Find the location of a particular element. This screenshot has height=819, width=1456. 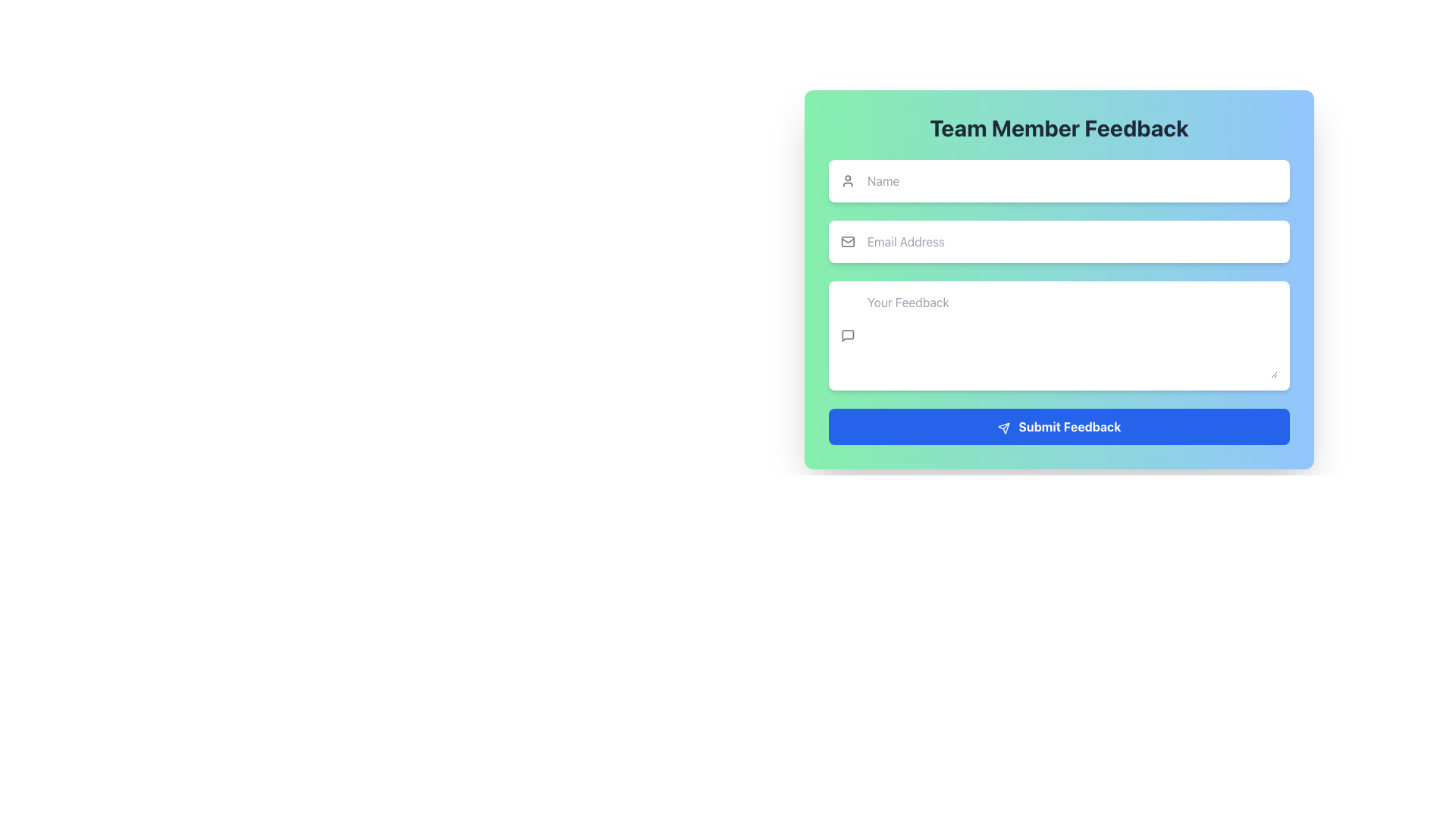

the user icon, which is styled in gray and located to the left of the 'Name' text input field in the 'Team Member Feedback' form is located at coordinates (847, 180).